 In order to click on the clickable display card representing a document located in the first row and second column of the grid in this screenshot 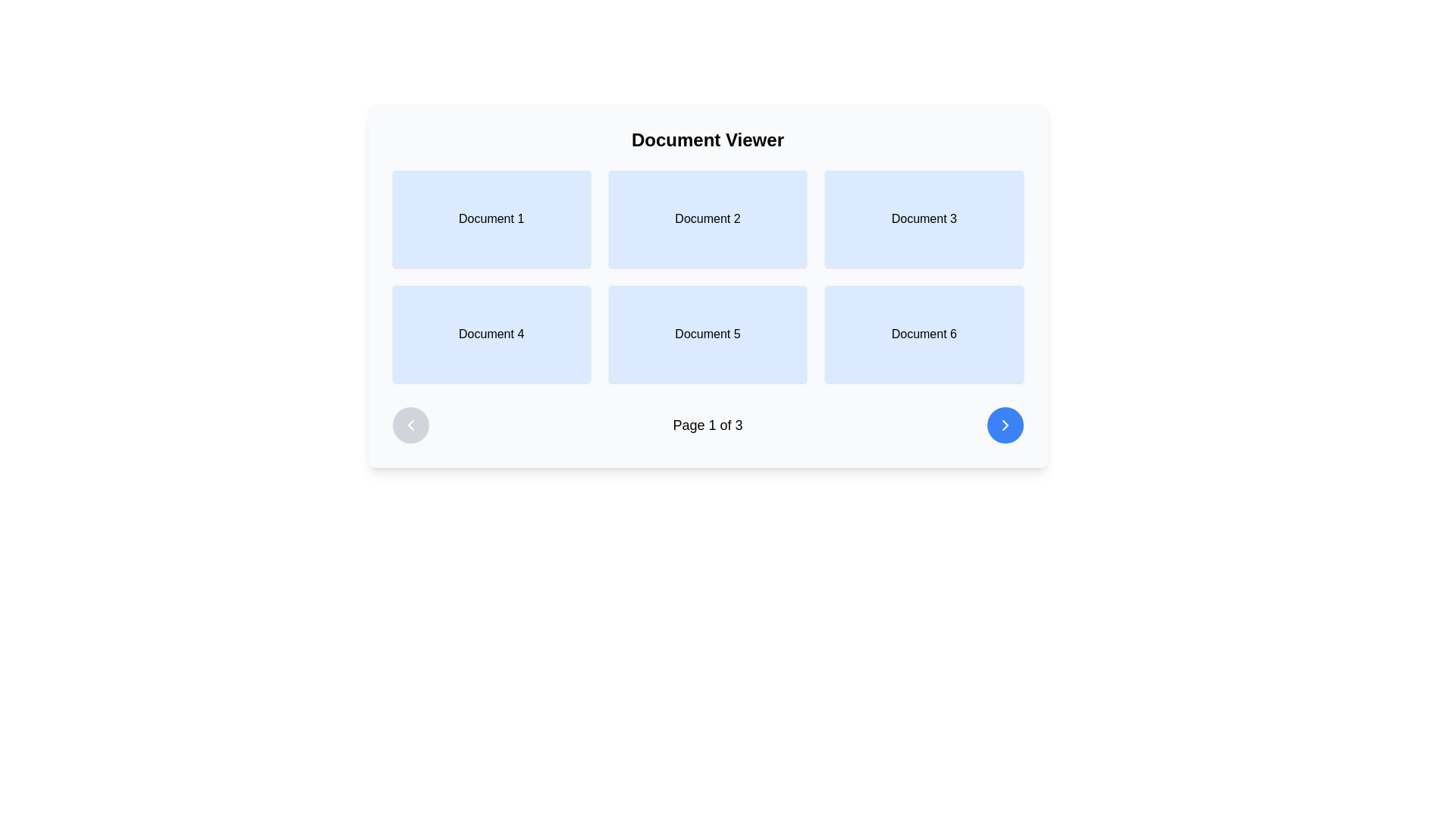, I will do `click(707, 219)`.